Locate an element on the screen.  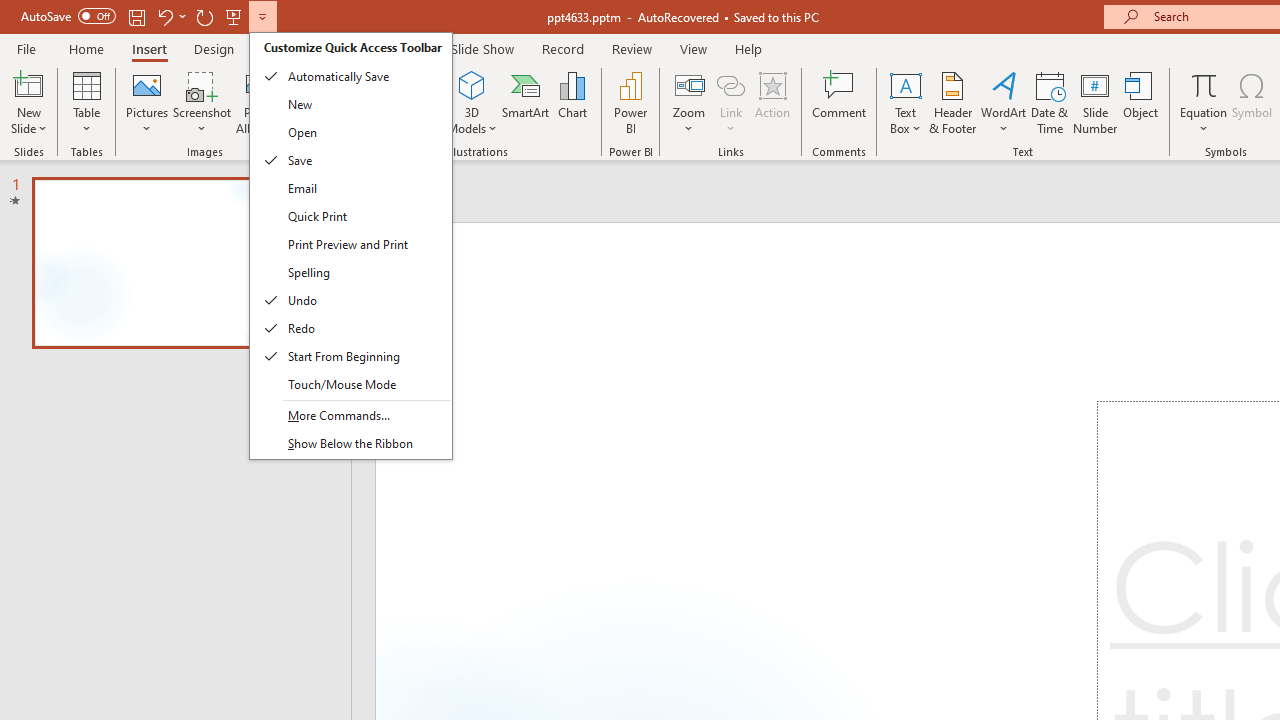
'Table' is located at coordinates (86, 103).